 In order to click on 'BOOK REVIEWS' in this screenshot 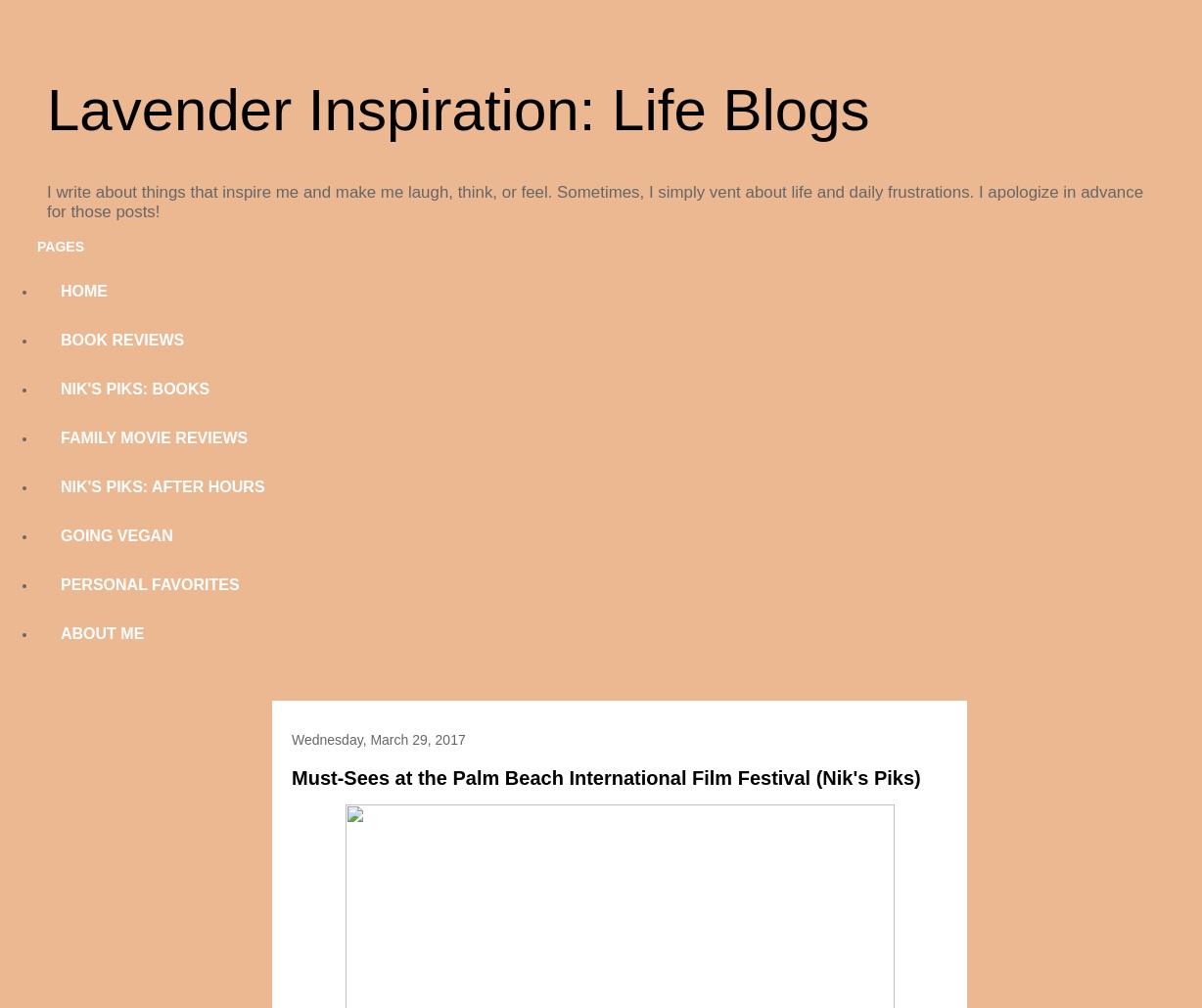, I will do `click(61, 340)`.